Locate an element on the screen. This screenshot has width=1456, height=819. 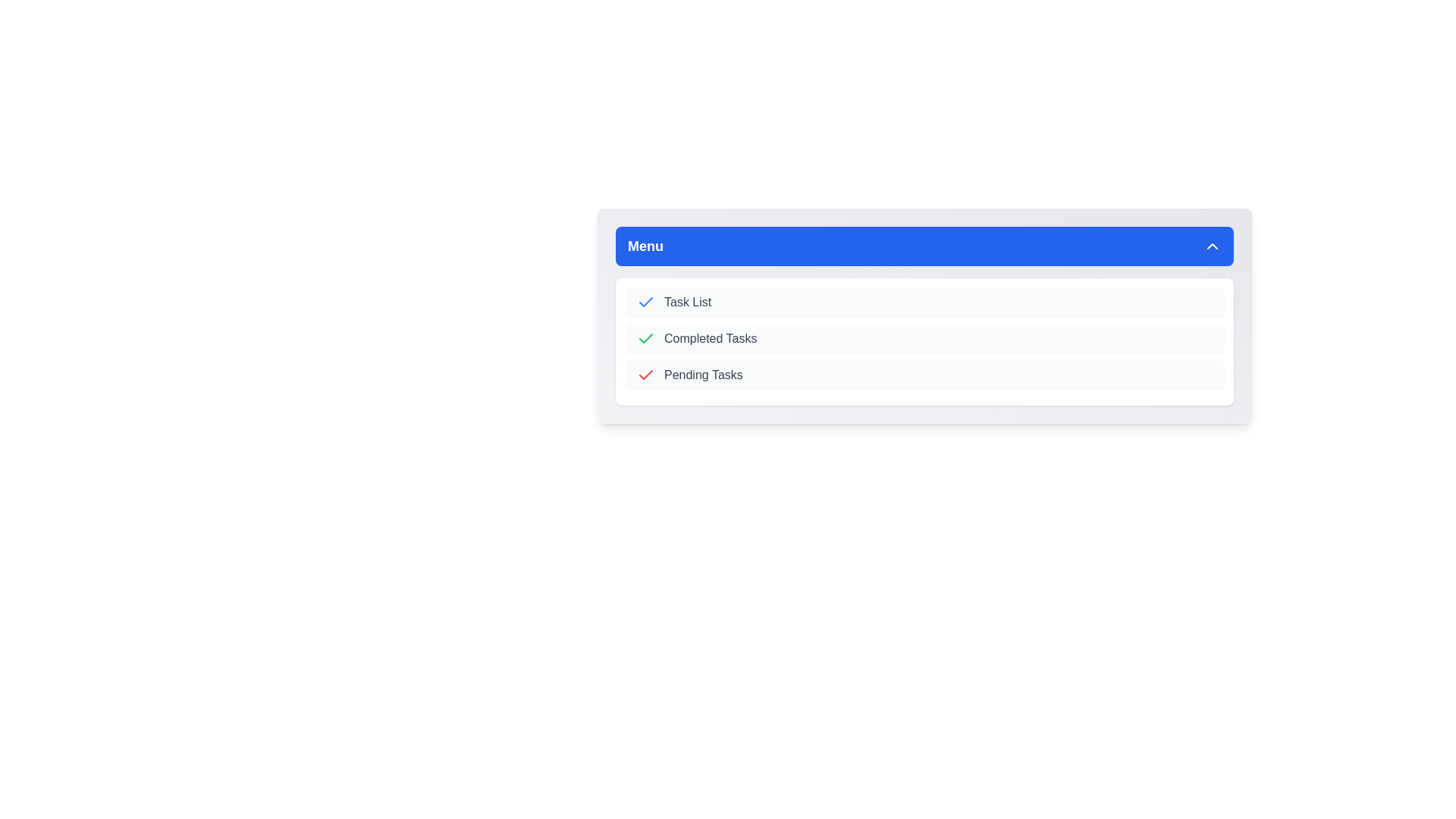
the 'Menu' text label, which serves as a section header for the dropdown menu, located on the left side of a horizontal blue bar at the top of a white card-like element is located at coordinates (645, 245).